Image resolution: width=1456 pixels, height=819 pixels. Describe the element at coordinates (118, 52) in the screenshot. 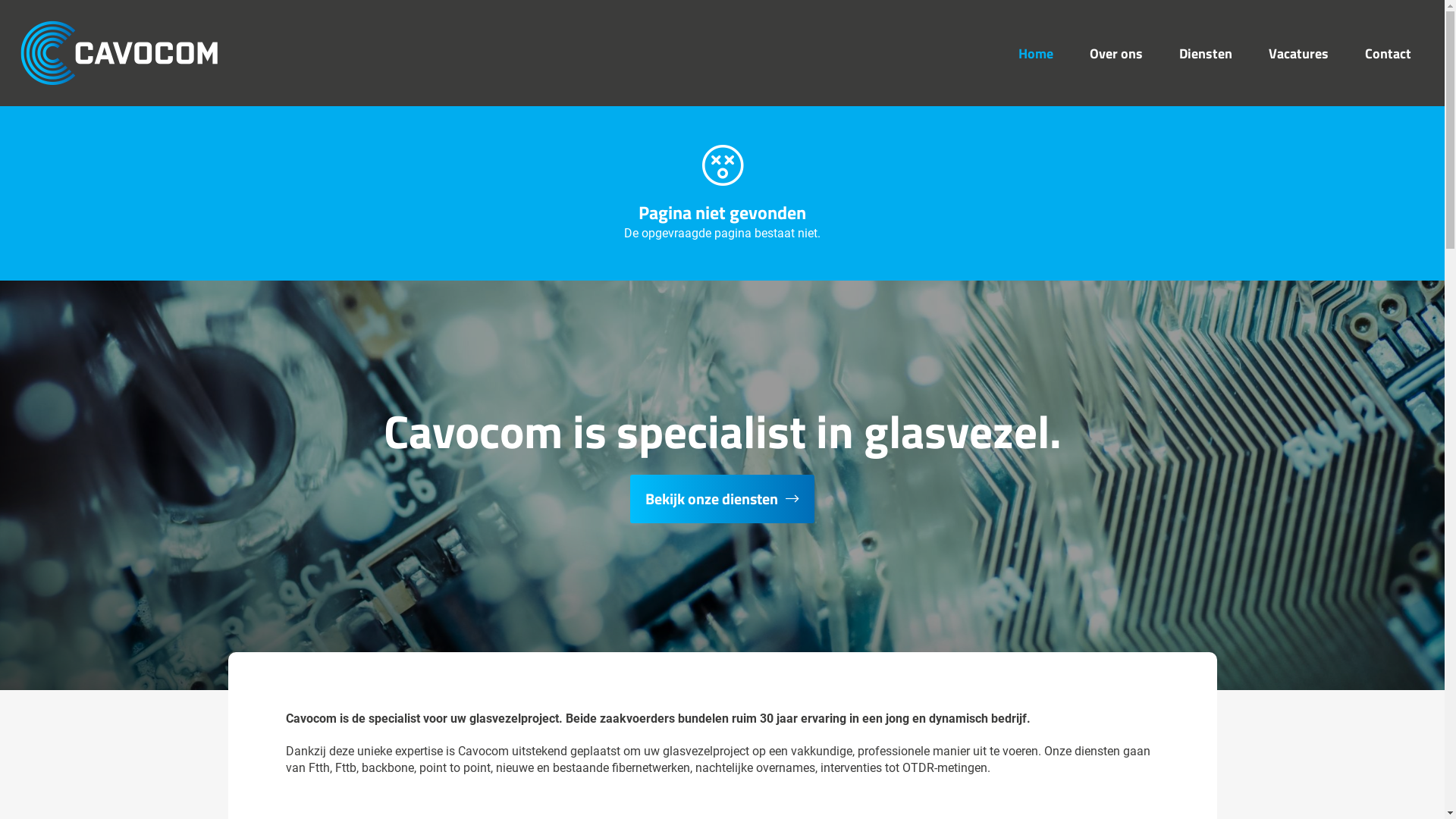

I see `'Cavocom'` at that location.